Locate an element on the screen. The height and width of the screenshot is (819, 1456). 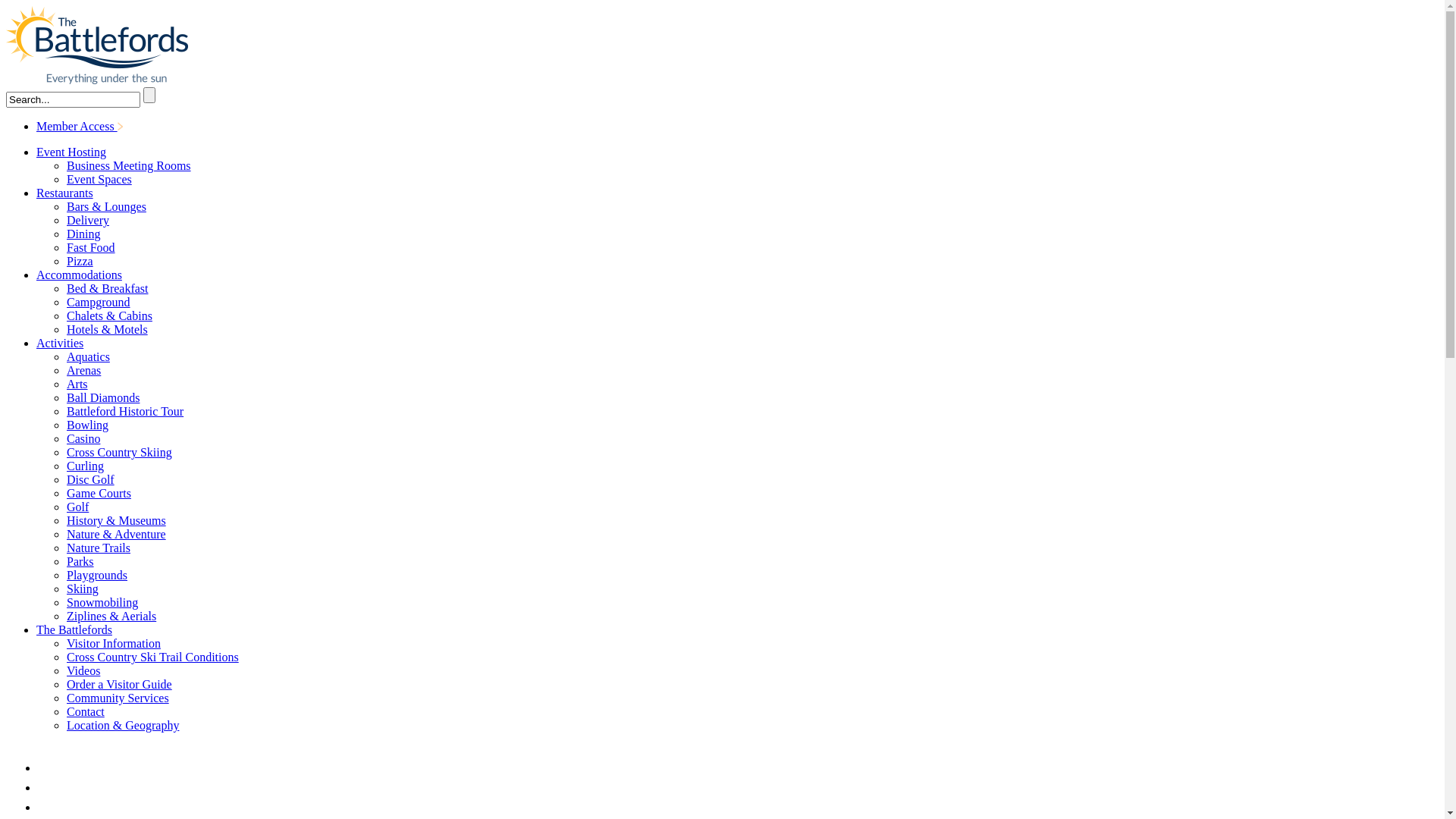
'Activities' is located at coordinates (59, 343).